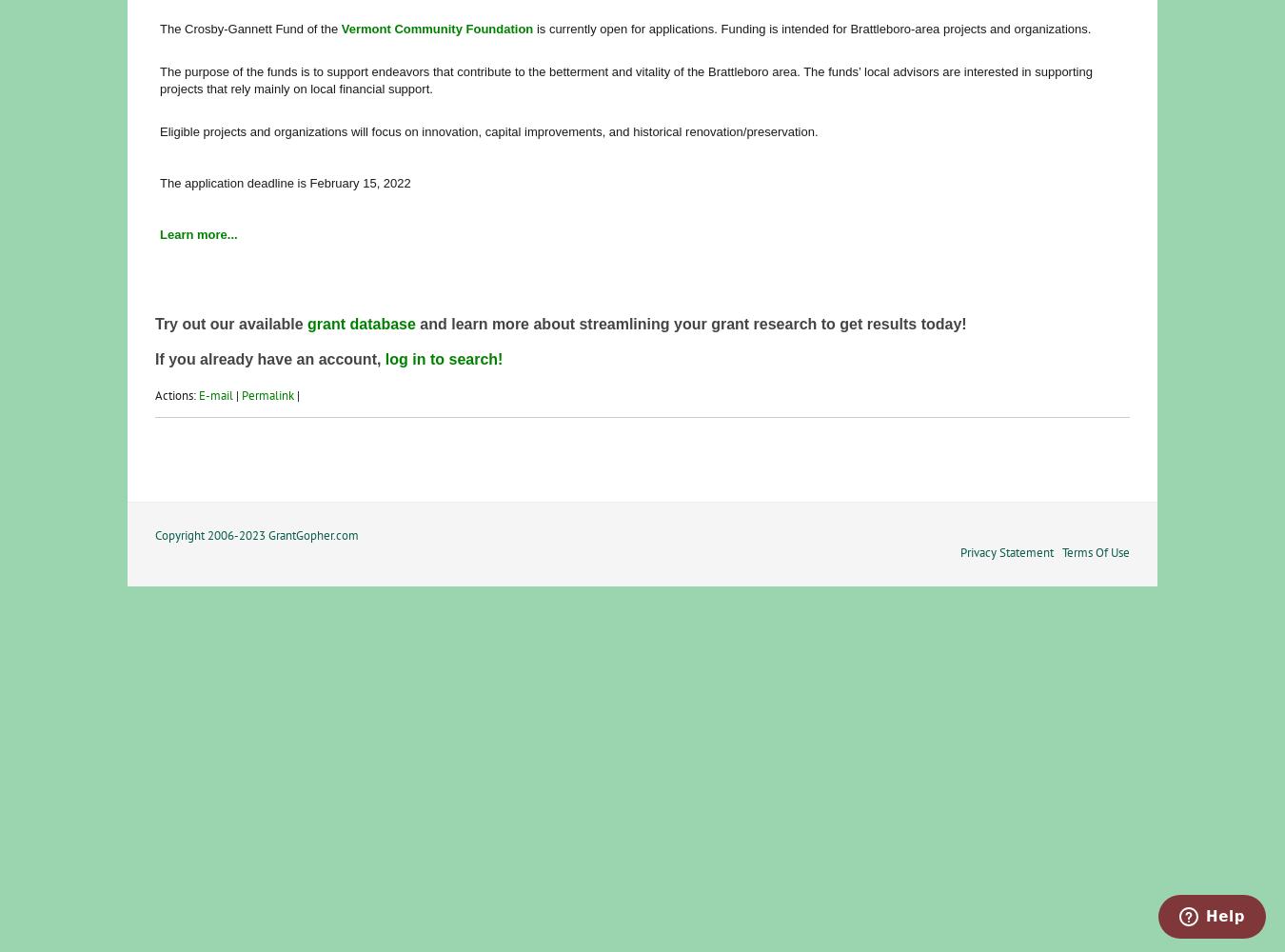  Describe the element at coordinates (625, 78) in the screenshot. I see `'The purpose of the funds is to support endeavors  that contribute to the betterment and vitality of the Brattleboro area.  The funds’ local advisors are interested in supporting projects that  rely mainly on local financial support.'` at that location.